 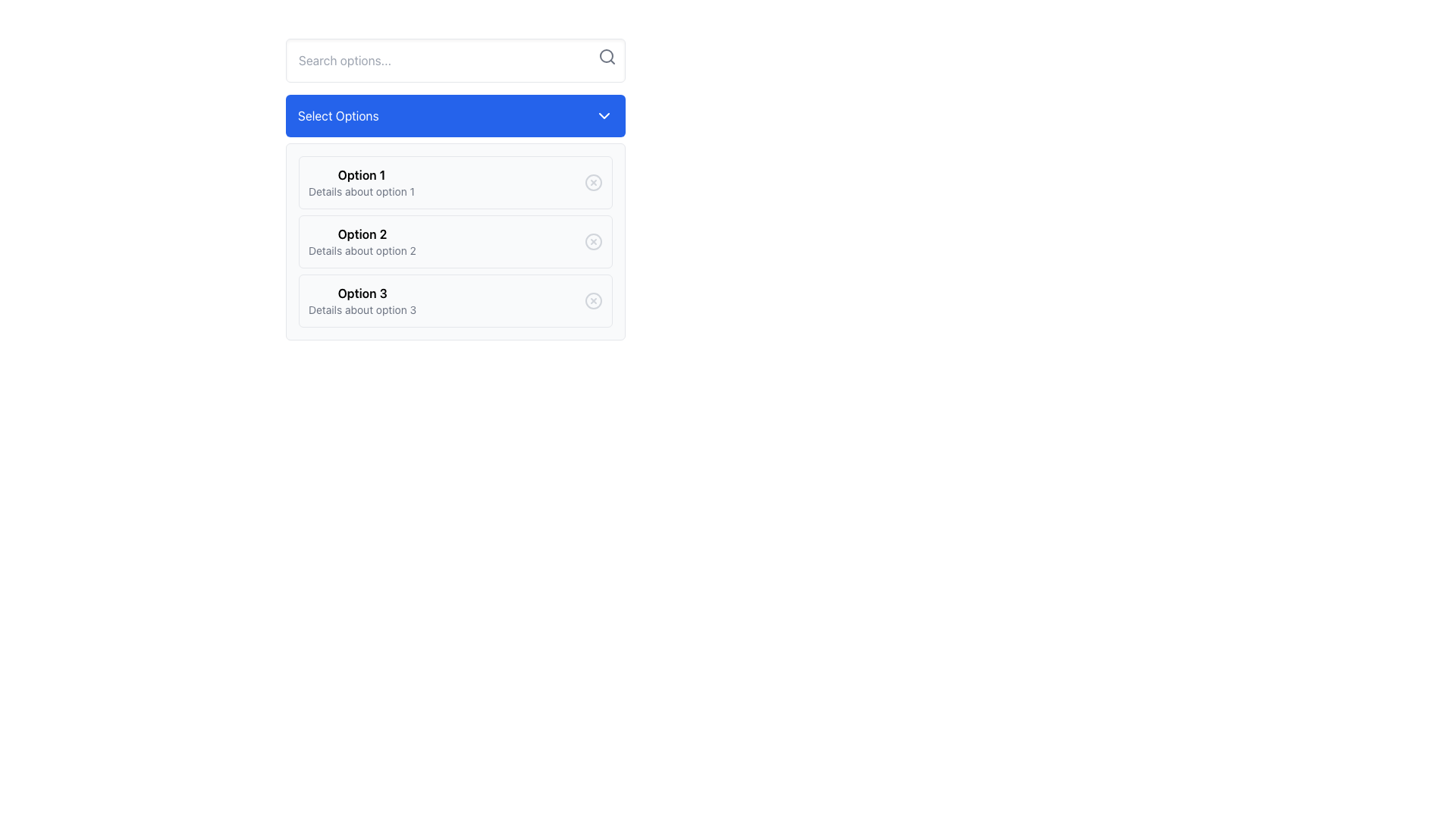 I want to click on the selectable list item titled 'Option 2' which has a light gray background and contains details about option 2, positioned centrally in the list of options, so click(x=454, y=241).